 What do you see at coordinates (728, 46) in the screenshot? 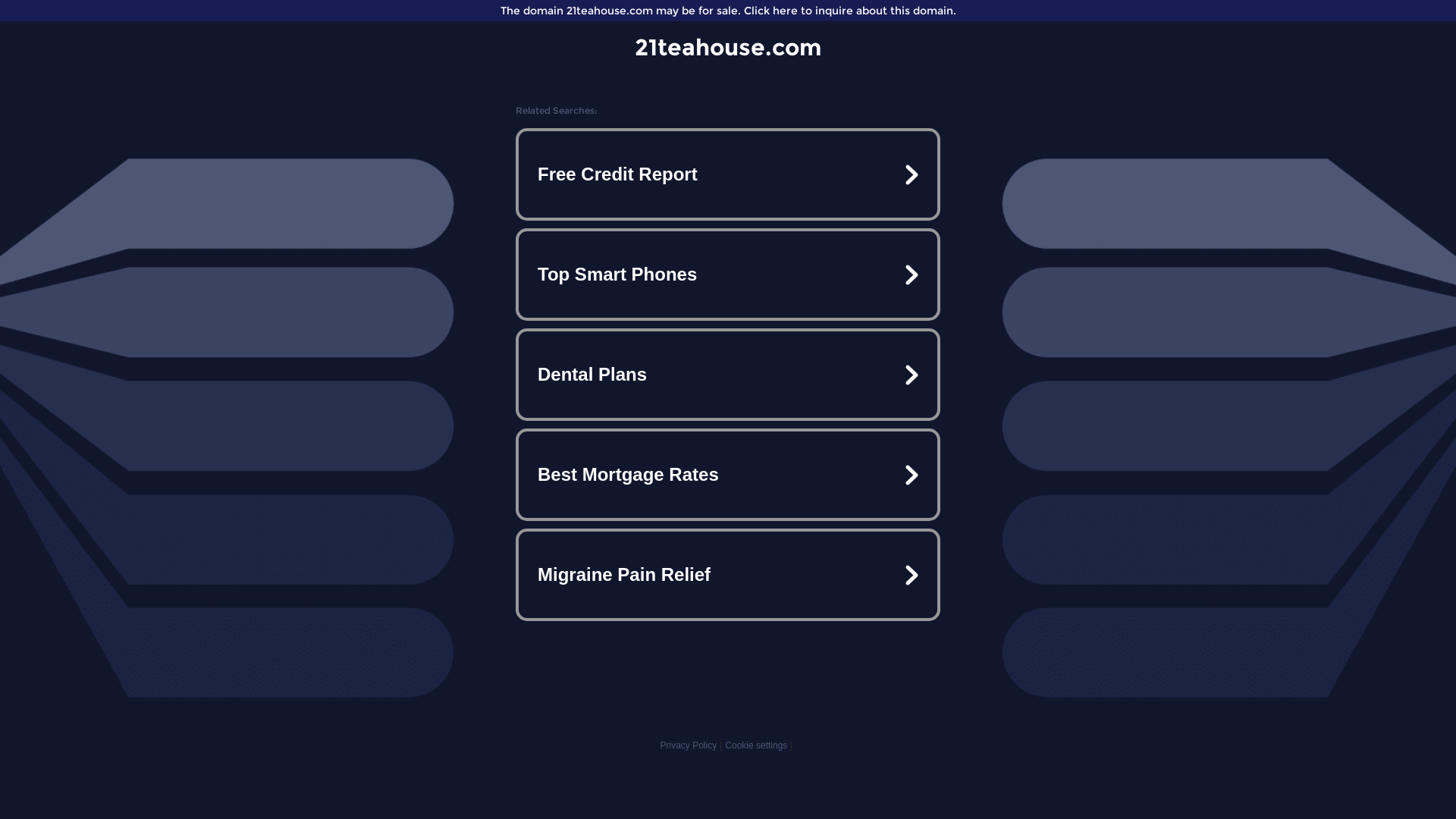
I see `'21teahouse.com'` at bounding box center [728, 46].